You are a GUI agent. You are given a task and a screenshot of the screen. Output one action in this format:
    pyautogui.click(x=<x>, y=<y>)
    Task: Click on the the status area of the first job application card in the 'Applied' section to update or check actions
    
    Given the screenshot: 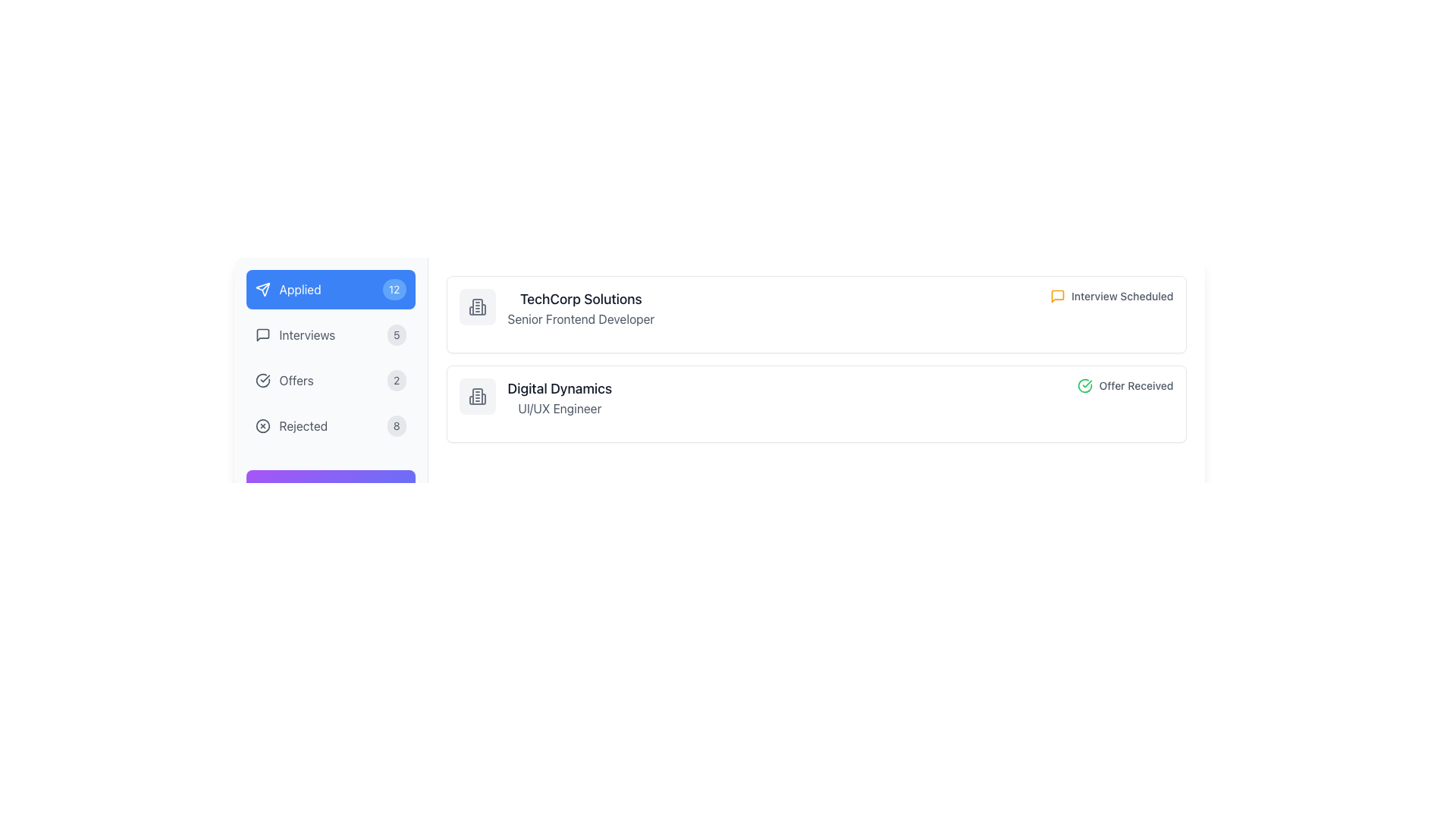 What is the action you would take?
    pyautogui.click(x=815, y=308)
    